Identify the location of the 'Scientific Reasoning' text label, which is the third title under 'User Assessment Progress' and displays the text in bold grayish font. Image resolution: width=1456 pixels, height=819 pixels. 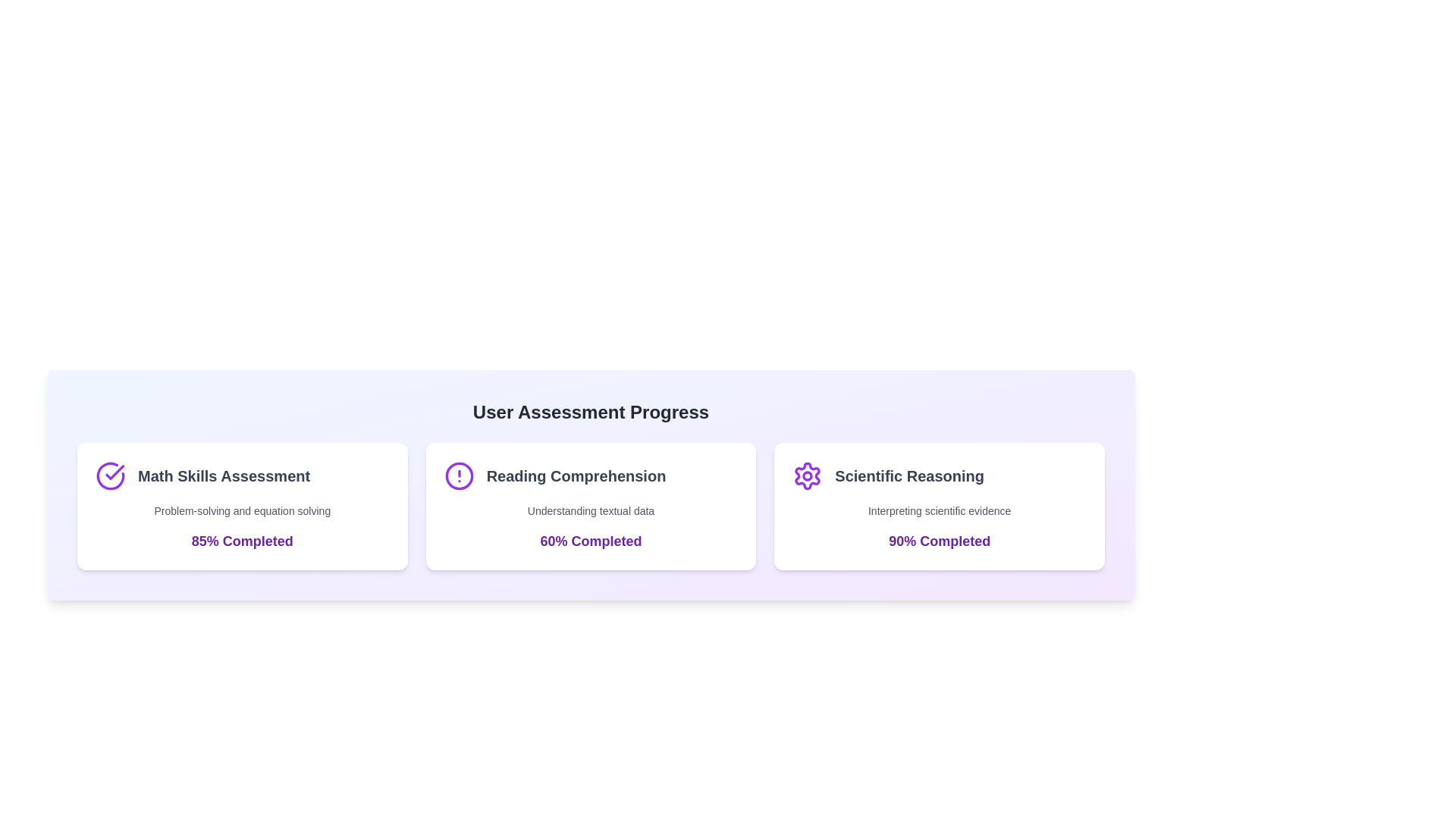
(909, 475).